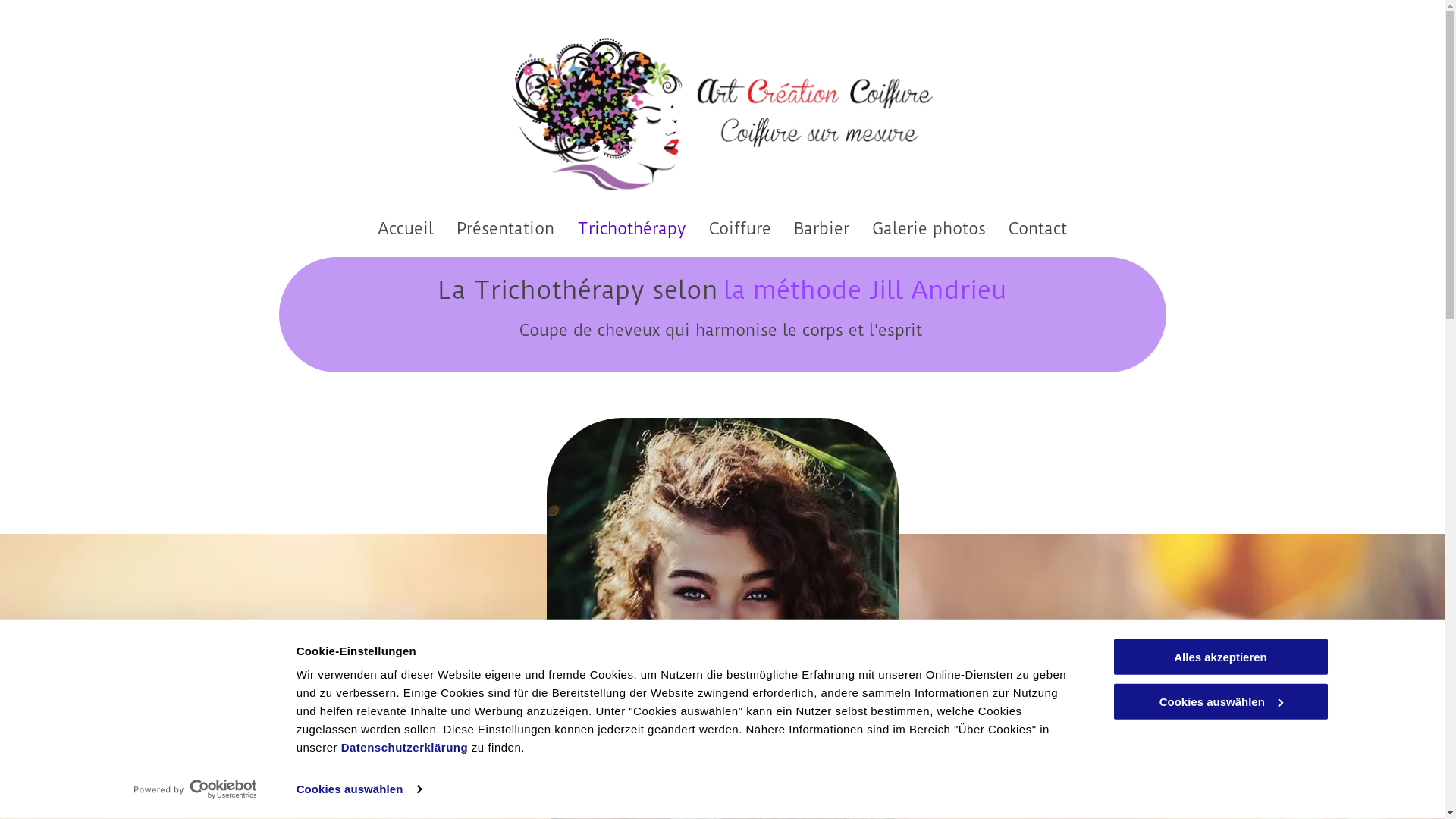 This screenshot has height=819, width=1456. I want to click on 'Galerie photos', so click(927, 228).